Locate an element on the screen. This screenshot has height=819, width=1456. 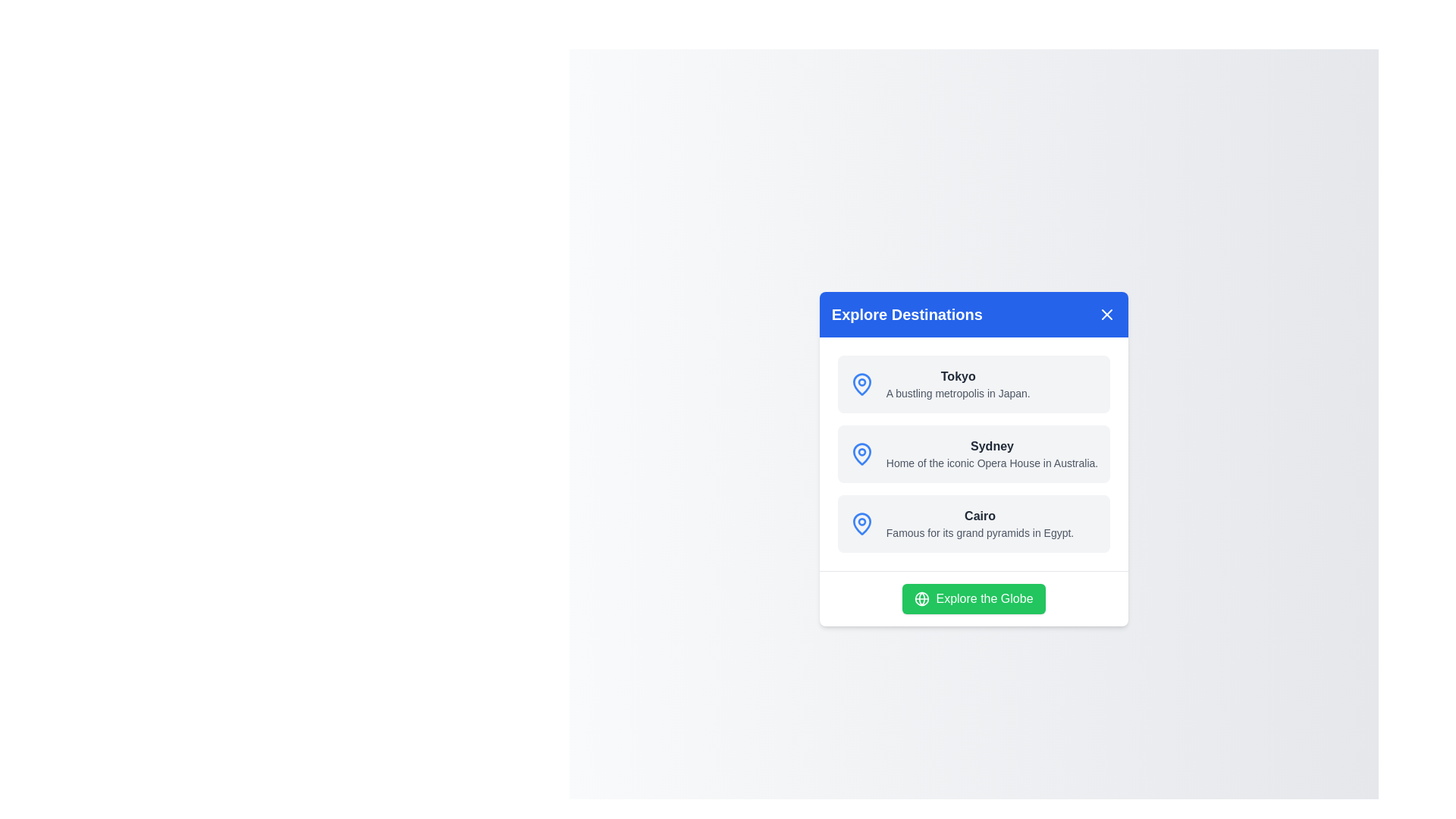
the destination card for Cairo is located at coordinates (974, 522).